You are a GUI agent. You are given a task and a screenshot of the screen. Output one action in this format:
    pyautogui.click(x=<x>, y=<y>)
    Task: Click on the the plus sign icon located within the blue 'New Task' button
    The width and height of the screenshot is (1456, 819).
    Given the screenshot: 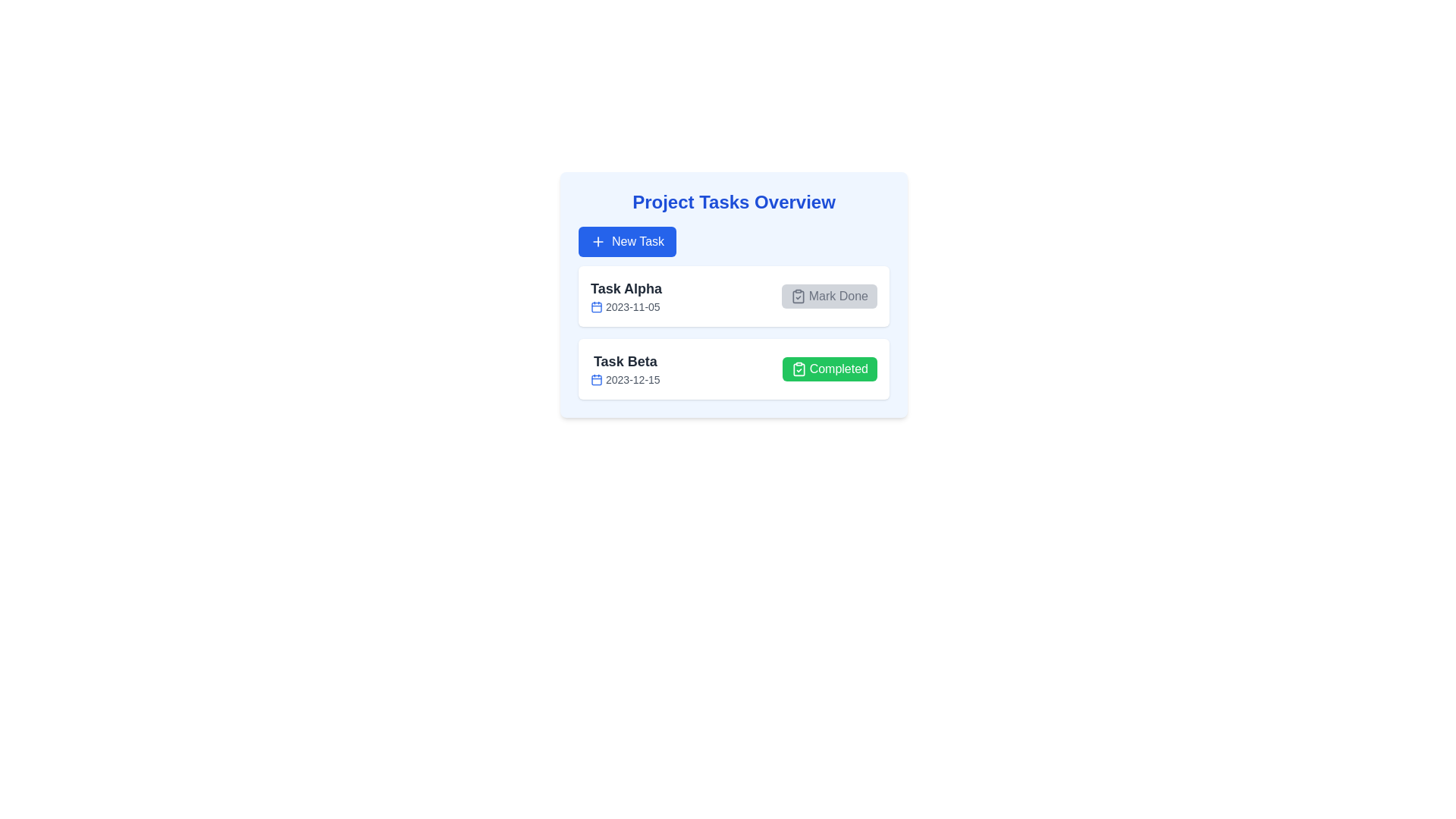 What is the action you would take?
    pyautogui.click(x=597, y=241)
    